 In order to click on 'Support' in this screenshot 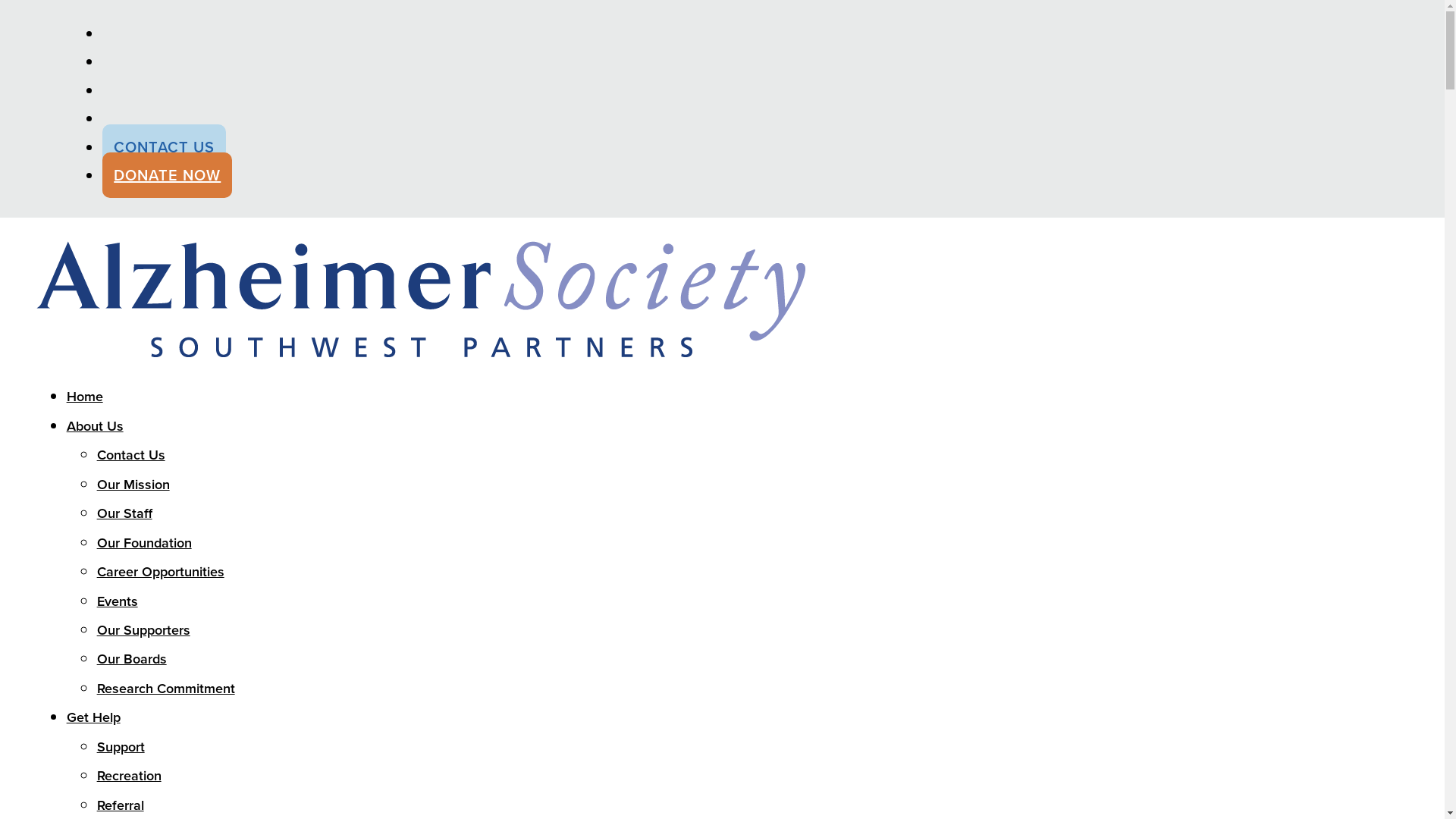, I will do `click(120, 745)`.